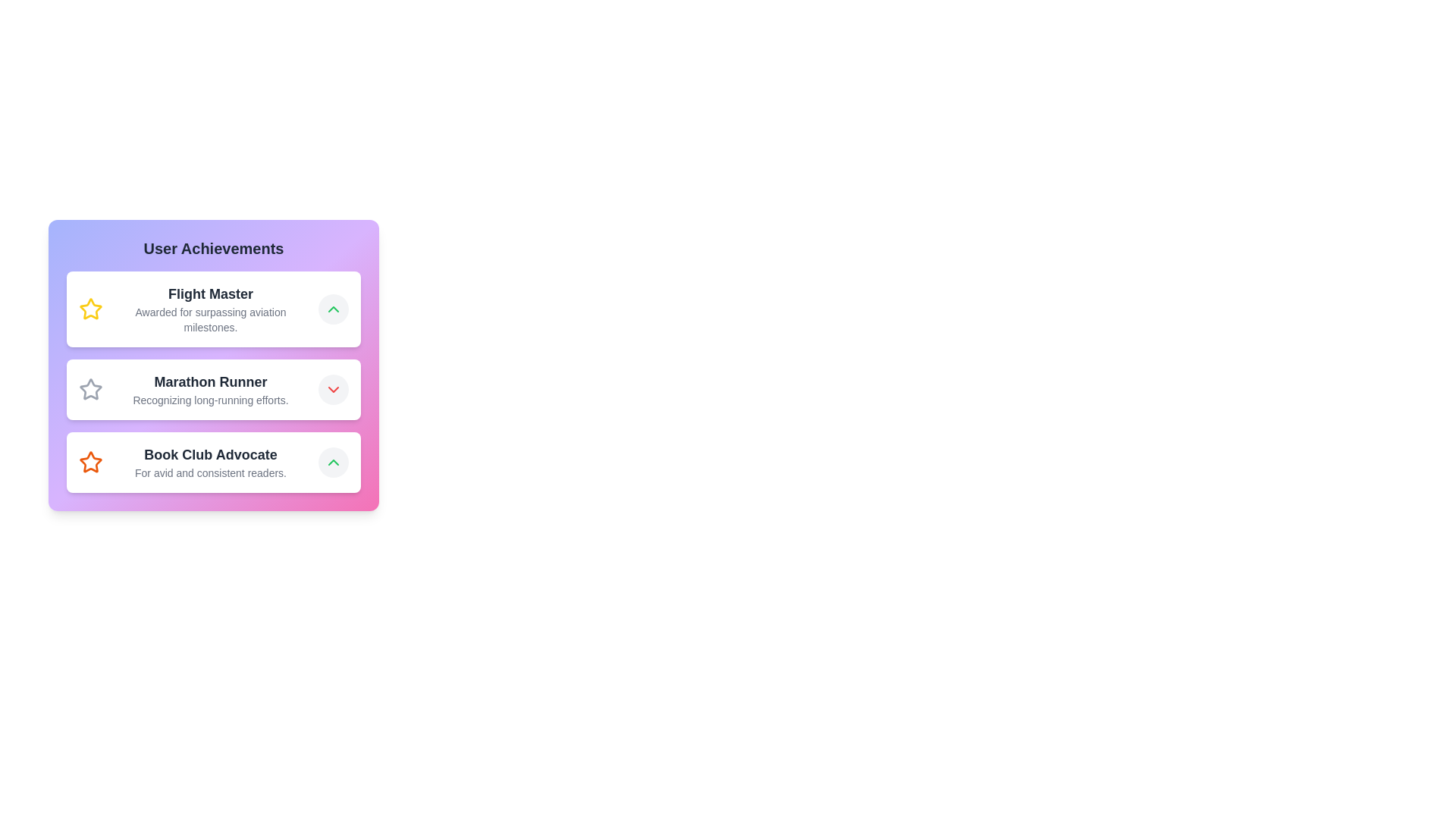  What do you see at coordinates (90, 388) in the screenshot?
I see `the star-shaped icon styled in light gray, located on the left side of the 'Book Club Advocate' list item` at bounding box center [90, 388].